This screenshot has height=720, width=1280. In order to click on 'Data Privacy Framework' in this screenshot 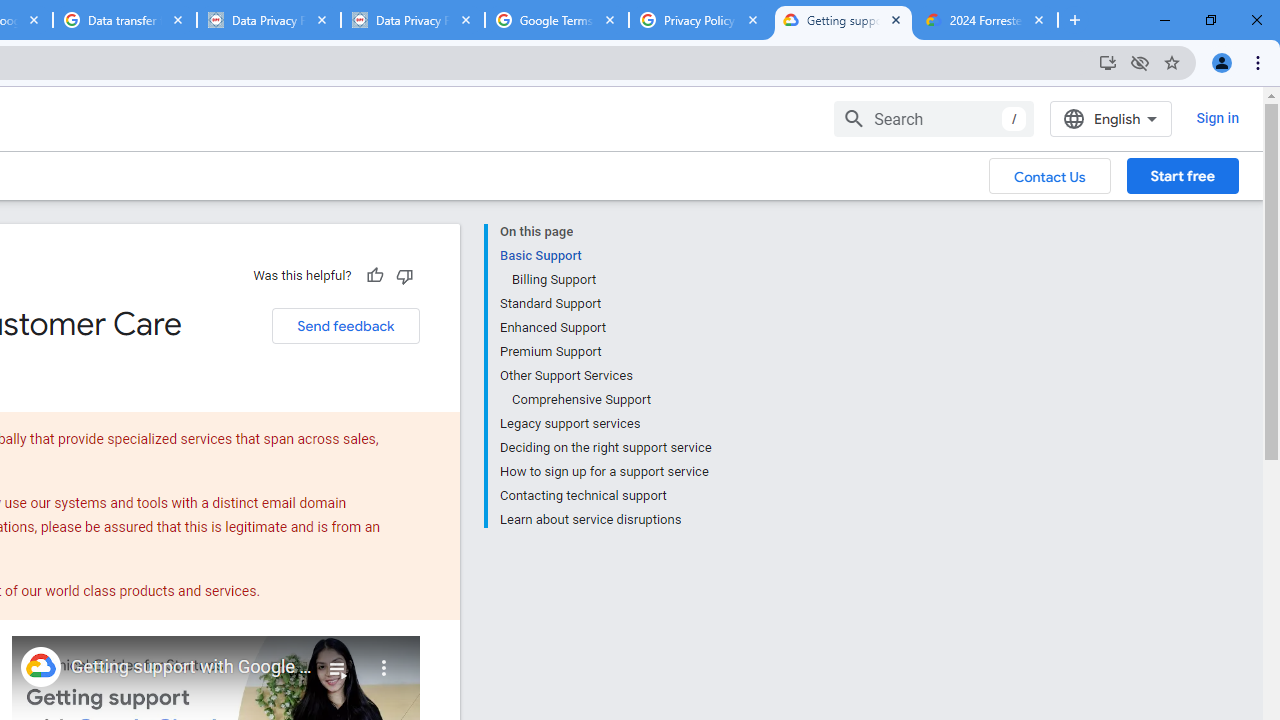, I will do `click(411, 20)`.